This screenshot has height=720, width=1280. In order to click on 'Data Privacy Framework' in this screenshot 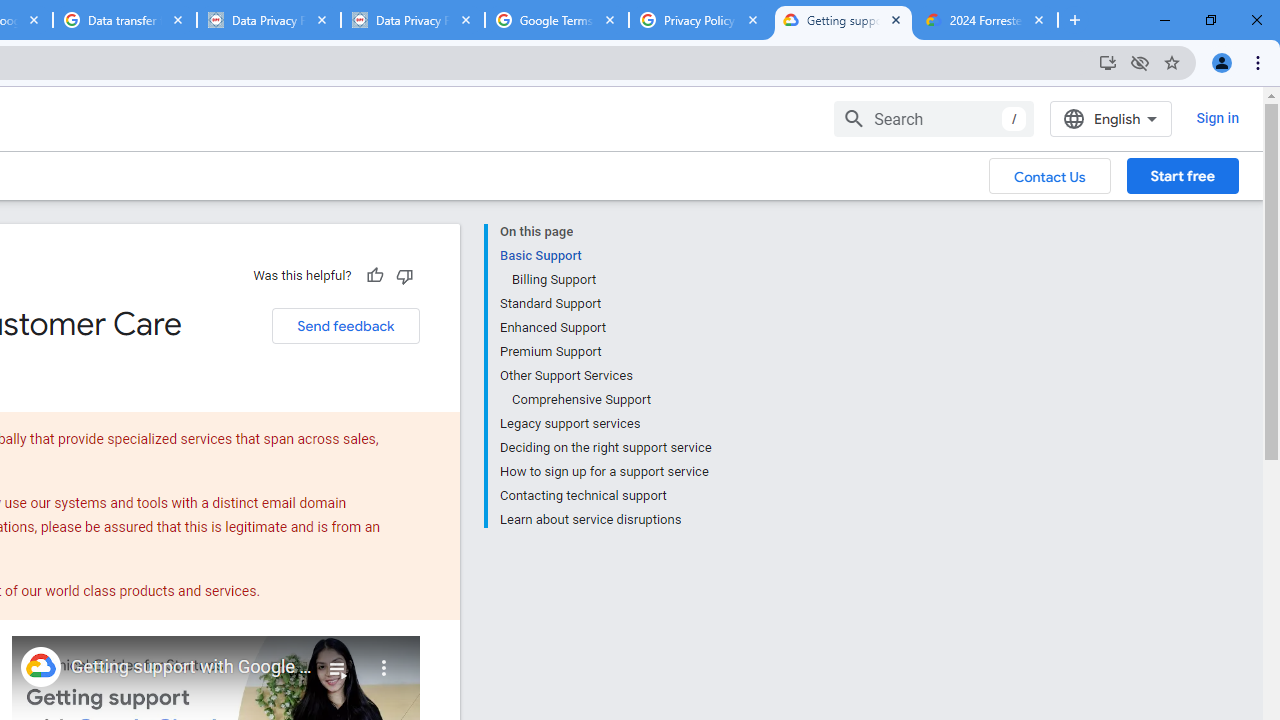, I will do `click(411, 20)`.